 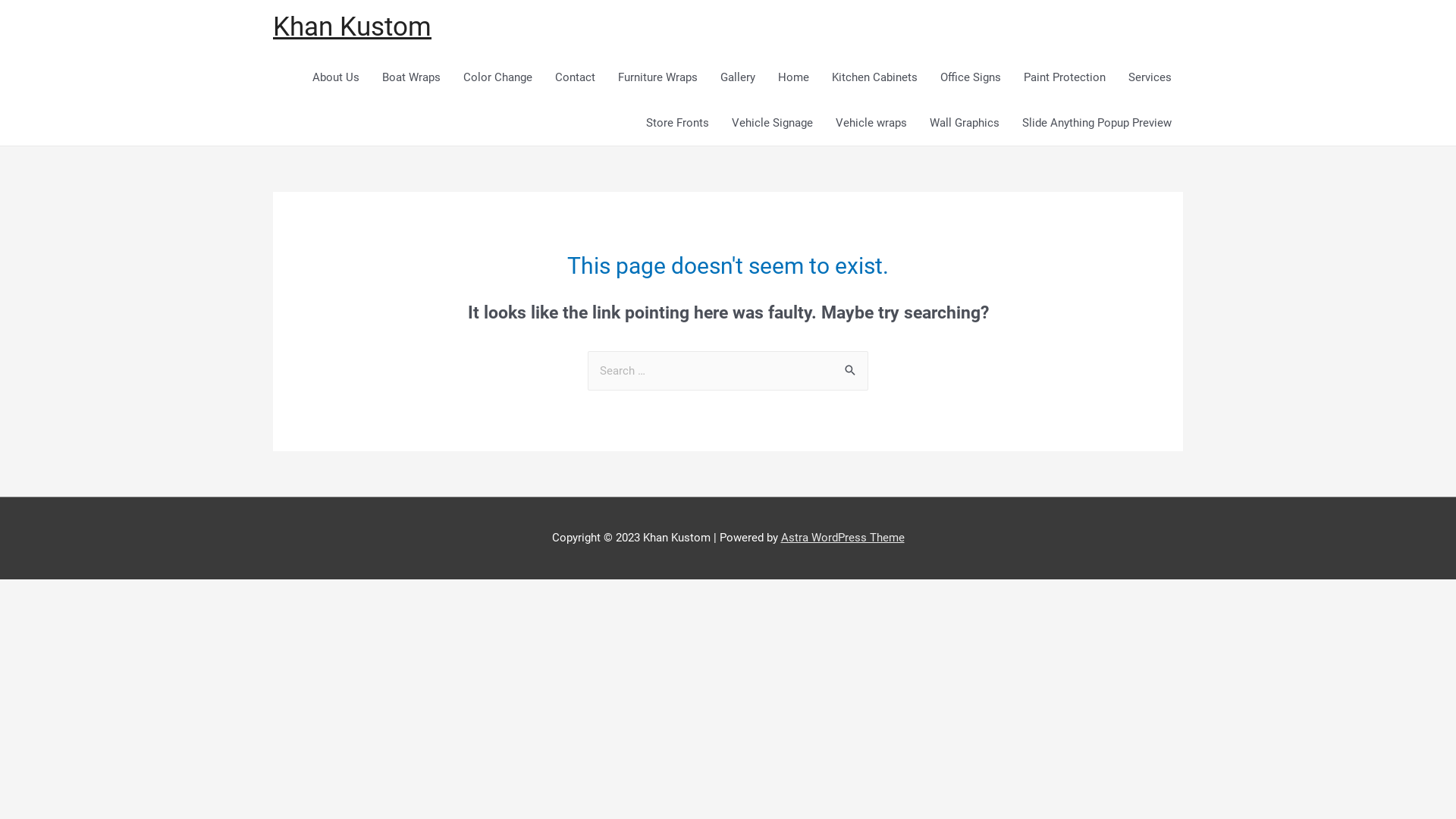 What do you see at coordinates (792, 77) in the screenshot?
I see `'Home'` at bounding box center [792, 77].